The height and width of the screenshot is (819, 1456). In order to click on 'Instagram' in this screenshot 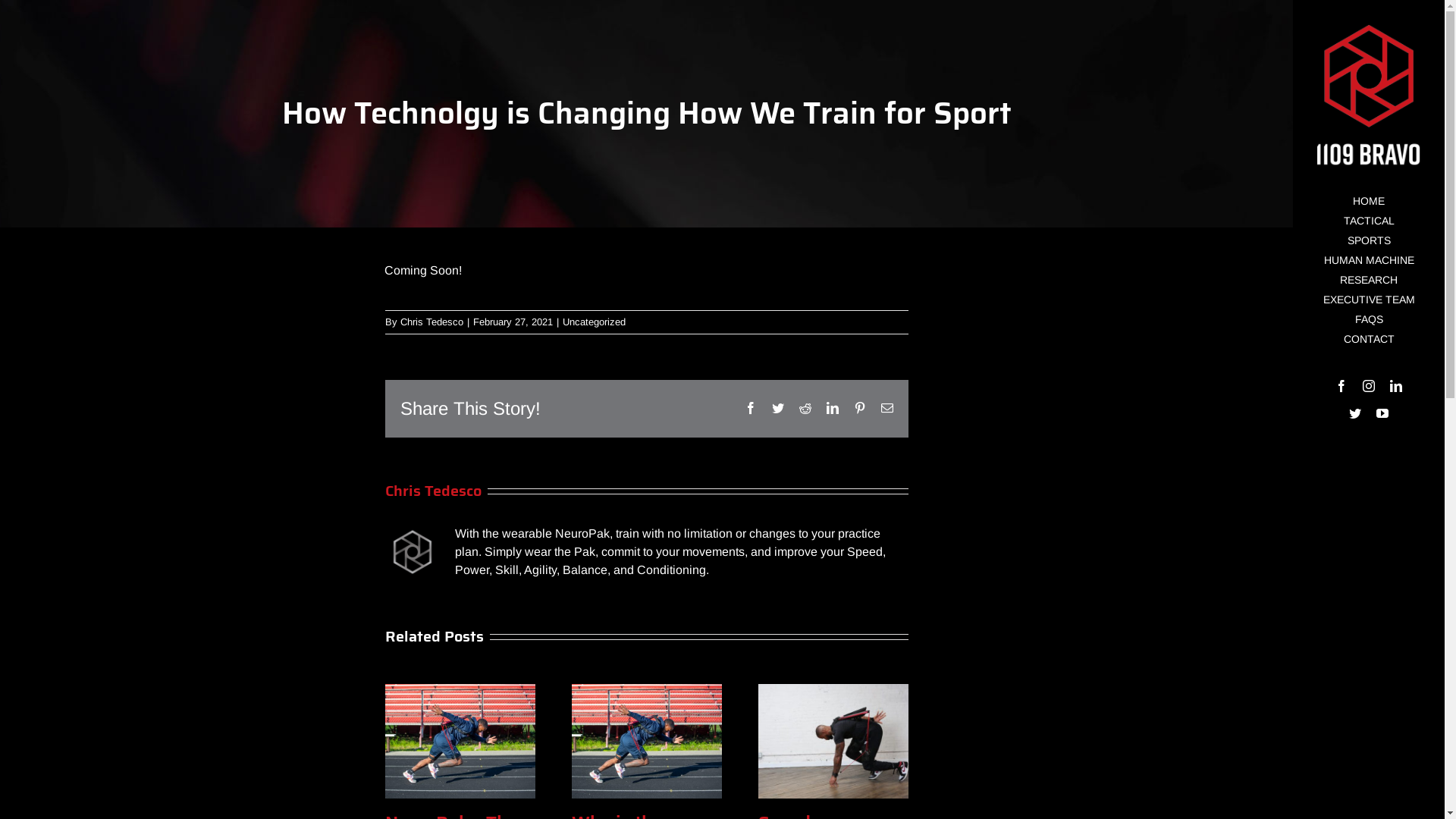, I will do `click(1362, 385)`.